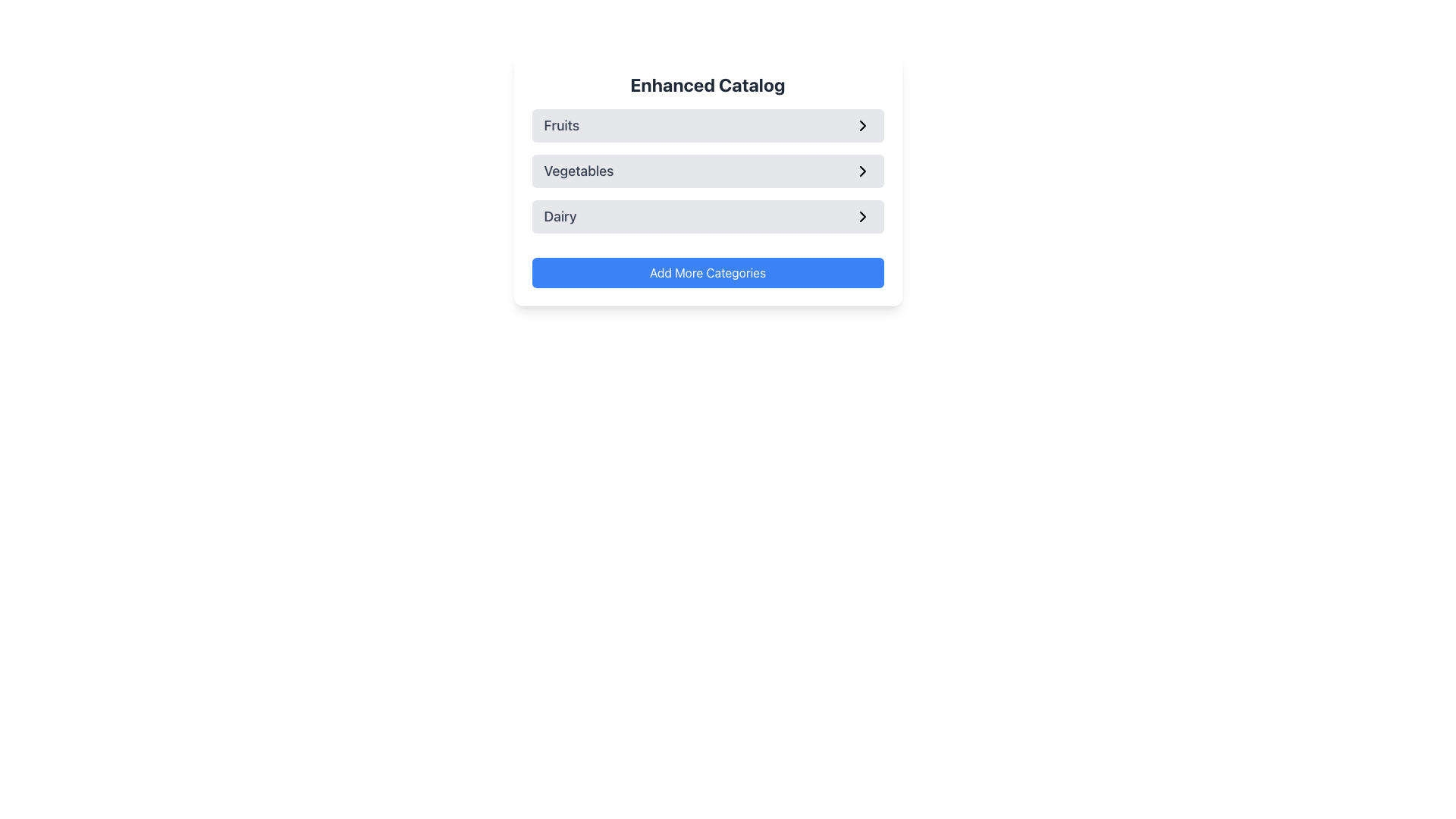  Describe the element at coordinates (707, 171) in the screenshot. I see `the category guide button for 'Vegetables' located as the second item under 'Enhanced Catalog'` at that location.